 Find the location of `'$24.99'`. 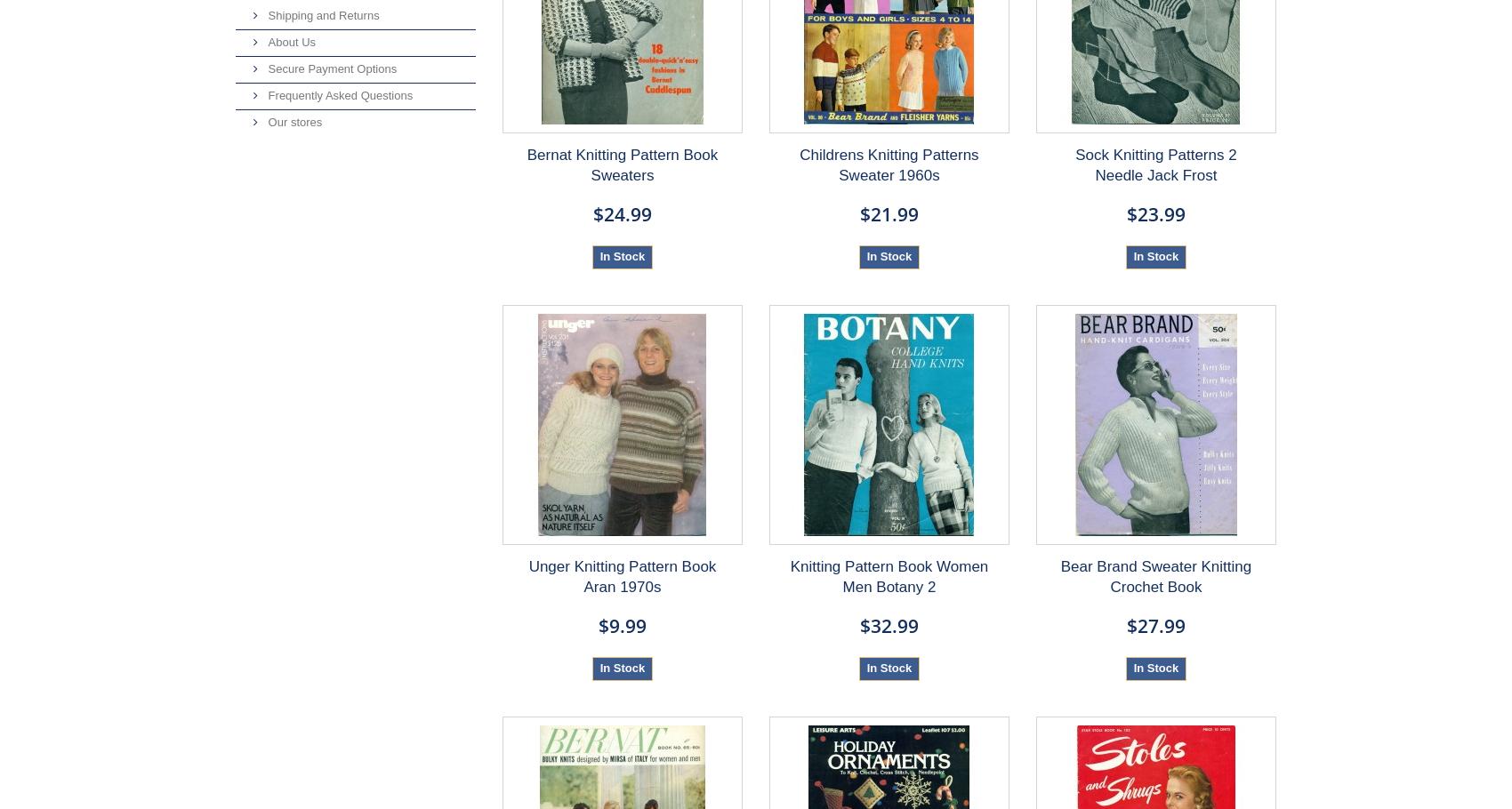

'$24.99' is located at coordinates (622, 212).